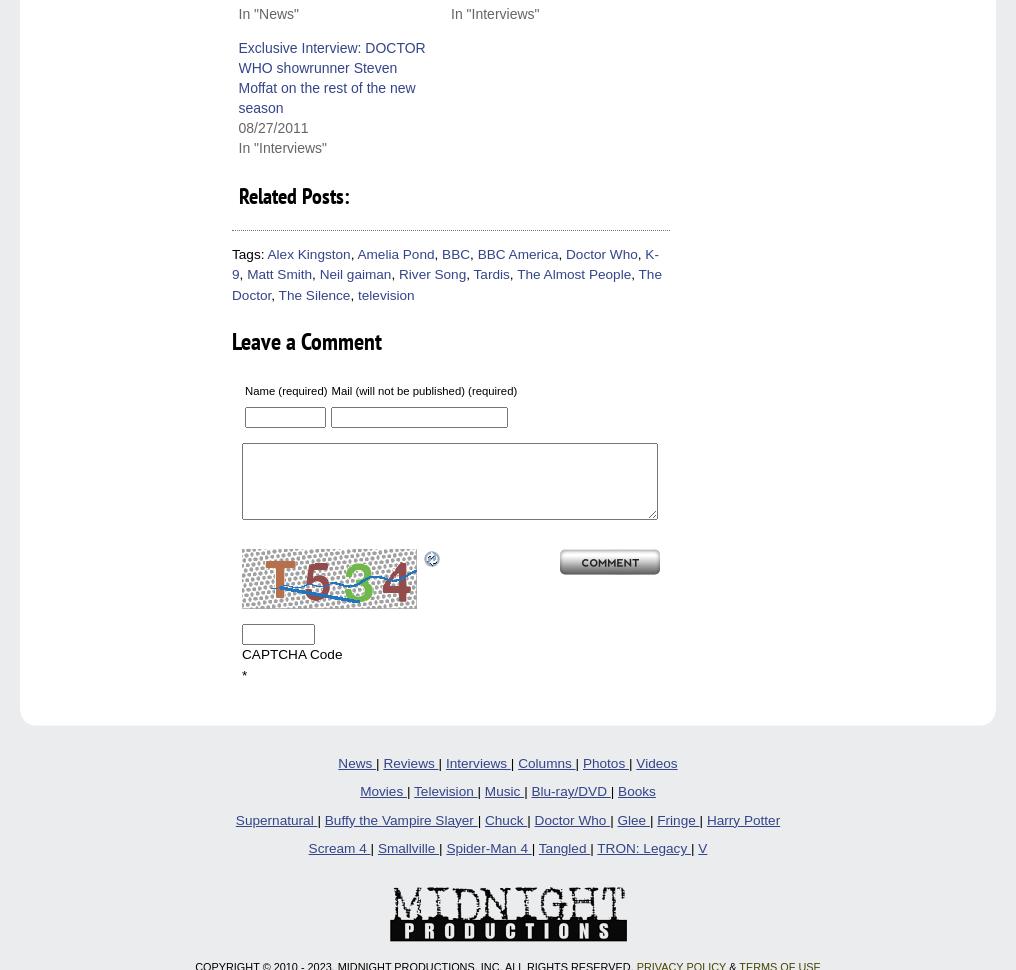 The image size is (1016, 970). Describe the element at coordinates (743, 819) in the screenshot. I see `'Harry Potter'` at that location.